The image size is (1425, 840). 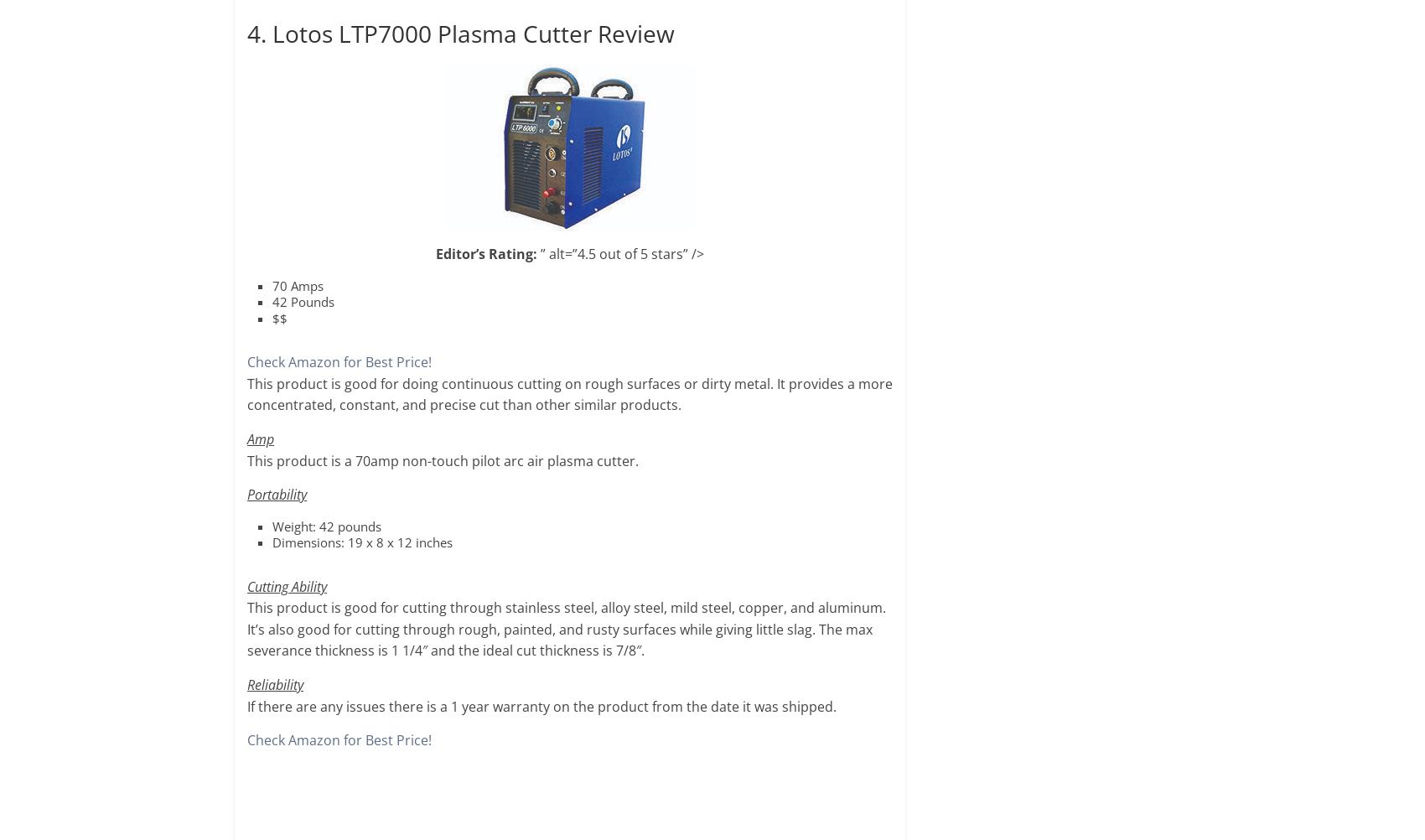 What do you see at coordinates (286, 585) in the screenshot?
I see `'Cutting Ability'` at bounding box center [286, 585].